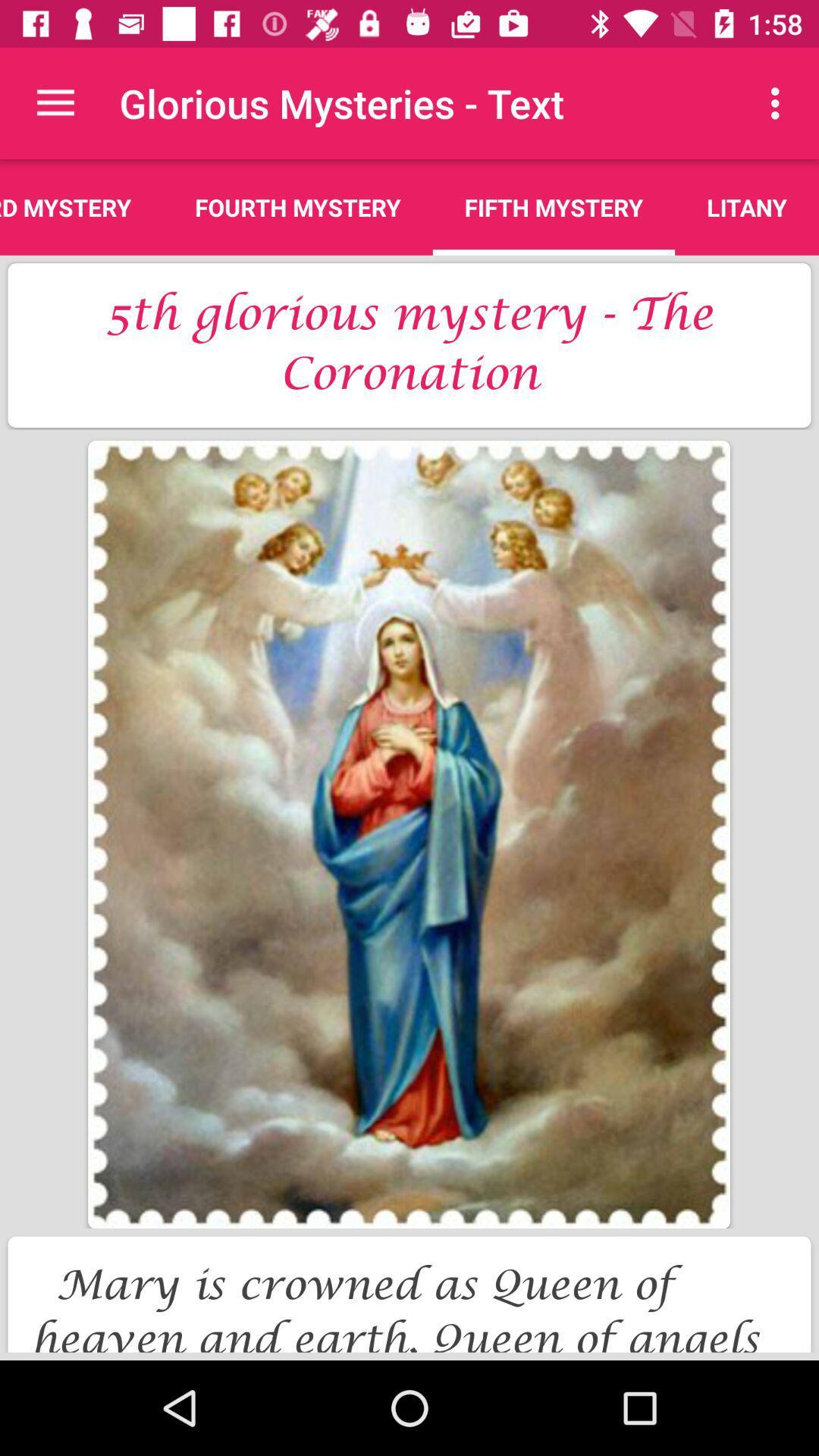  Describe the element at coordinates (746, 206) in the screenshot. I see `the item next to the fifth mystery app` at that location.